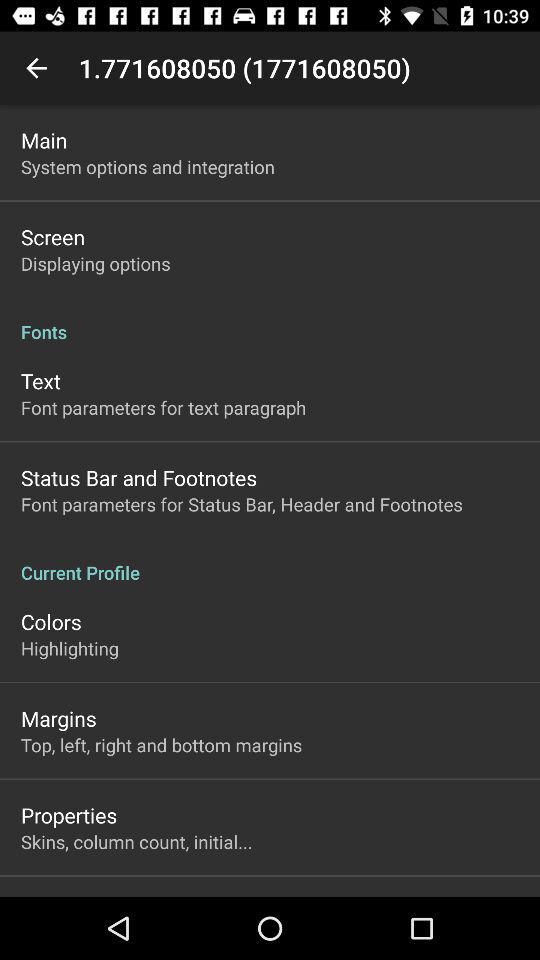  What do you see at coordinates (44, 139) in the screenshot?
I see `the main icon` at bounding box center [44, 139].